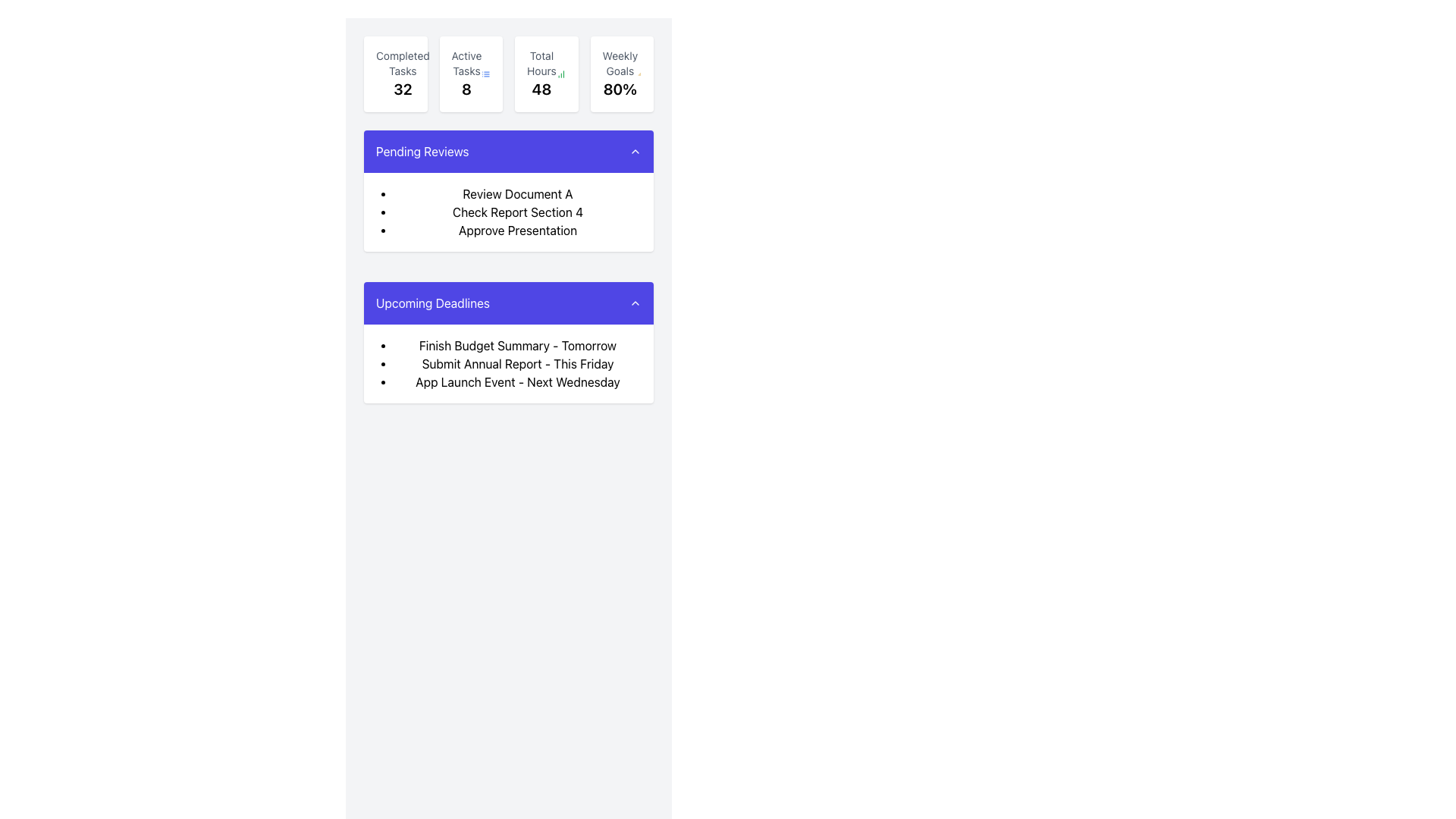 The image size is (1456, 819). I want to click on the Informational card labeled 'Weekly Goals' located at the upper right of the grid layout, so click(622, 74).